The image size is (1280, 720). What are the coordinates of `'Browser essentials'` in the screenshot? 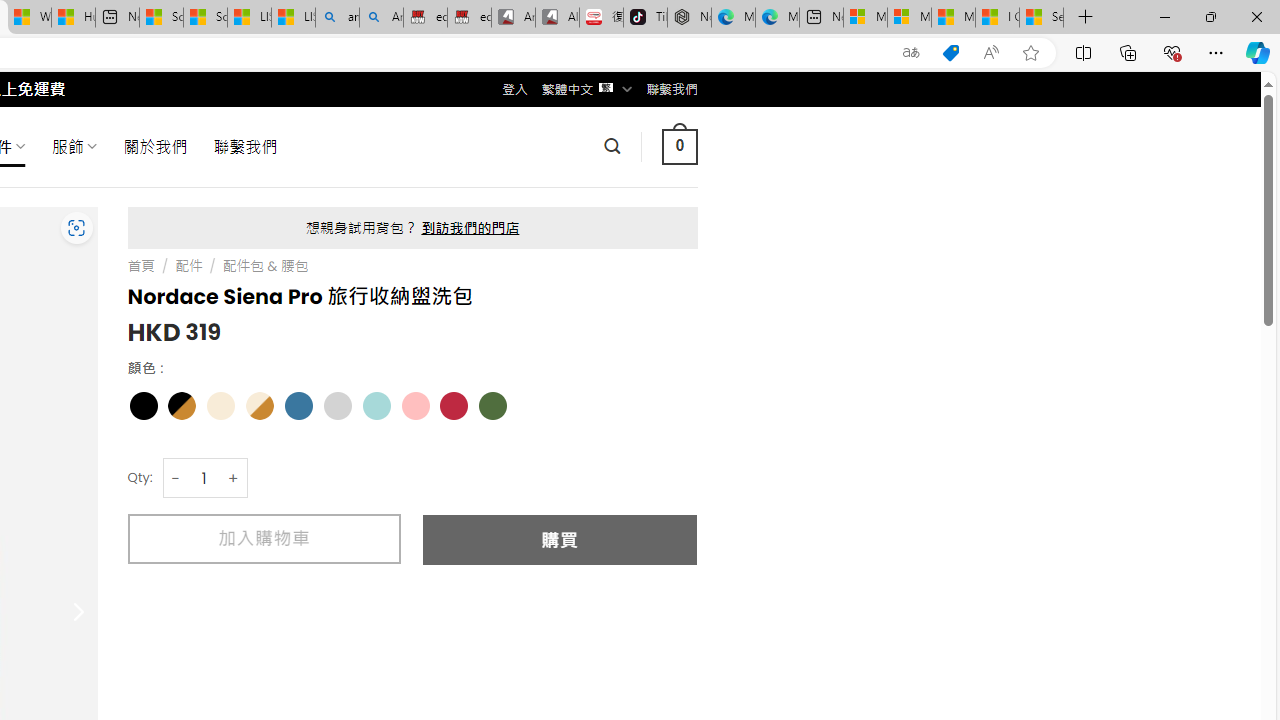 It's located at (1171, 51).